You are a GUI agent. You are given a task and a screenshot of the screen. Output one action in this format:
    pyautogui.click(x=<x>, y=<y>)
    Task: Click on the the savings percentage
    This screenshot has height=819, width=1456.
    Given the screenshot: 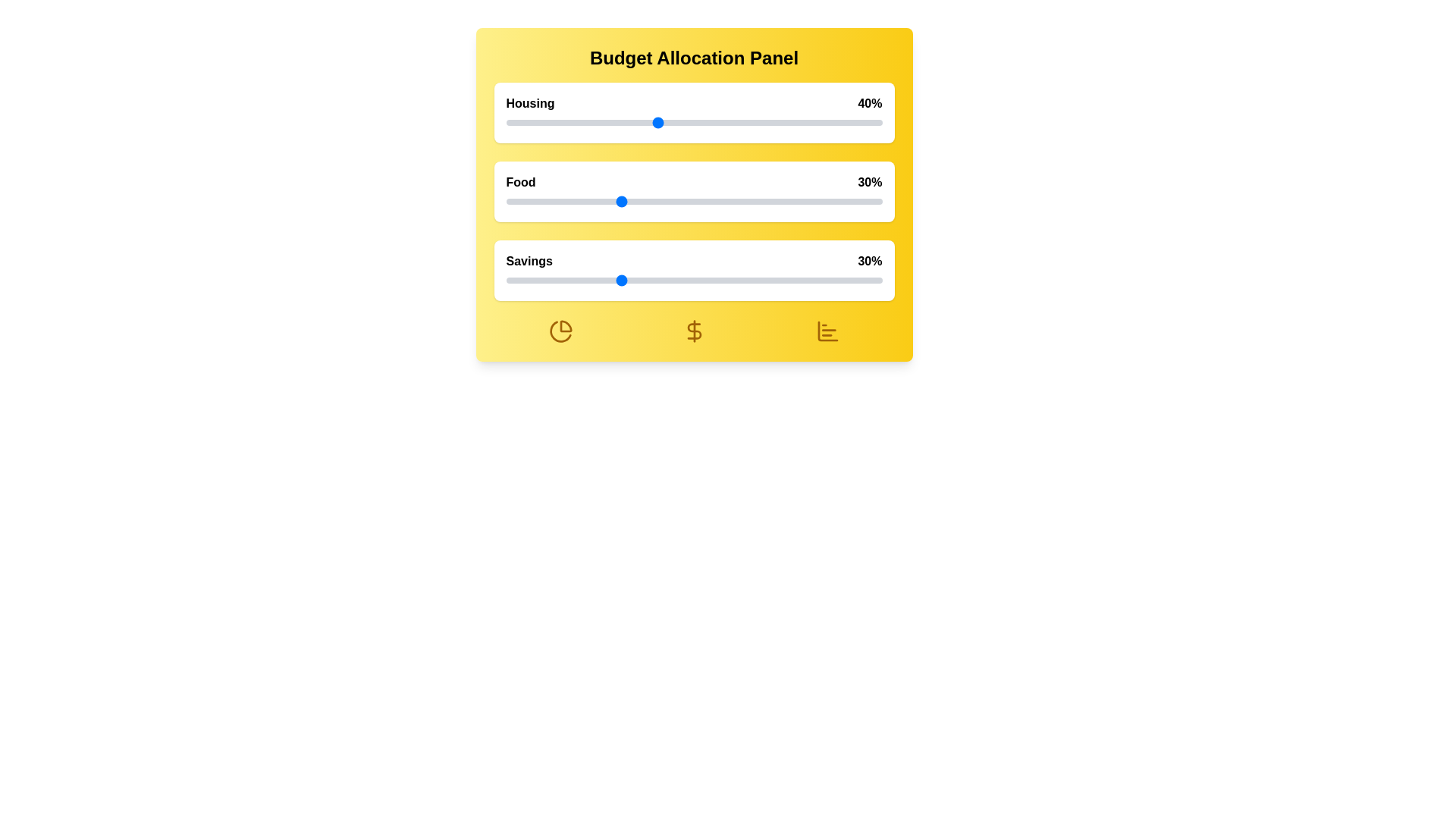 What is the action you would take?
    pyautogui.click(x=704, y=281)
    